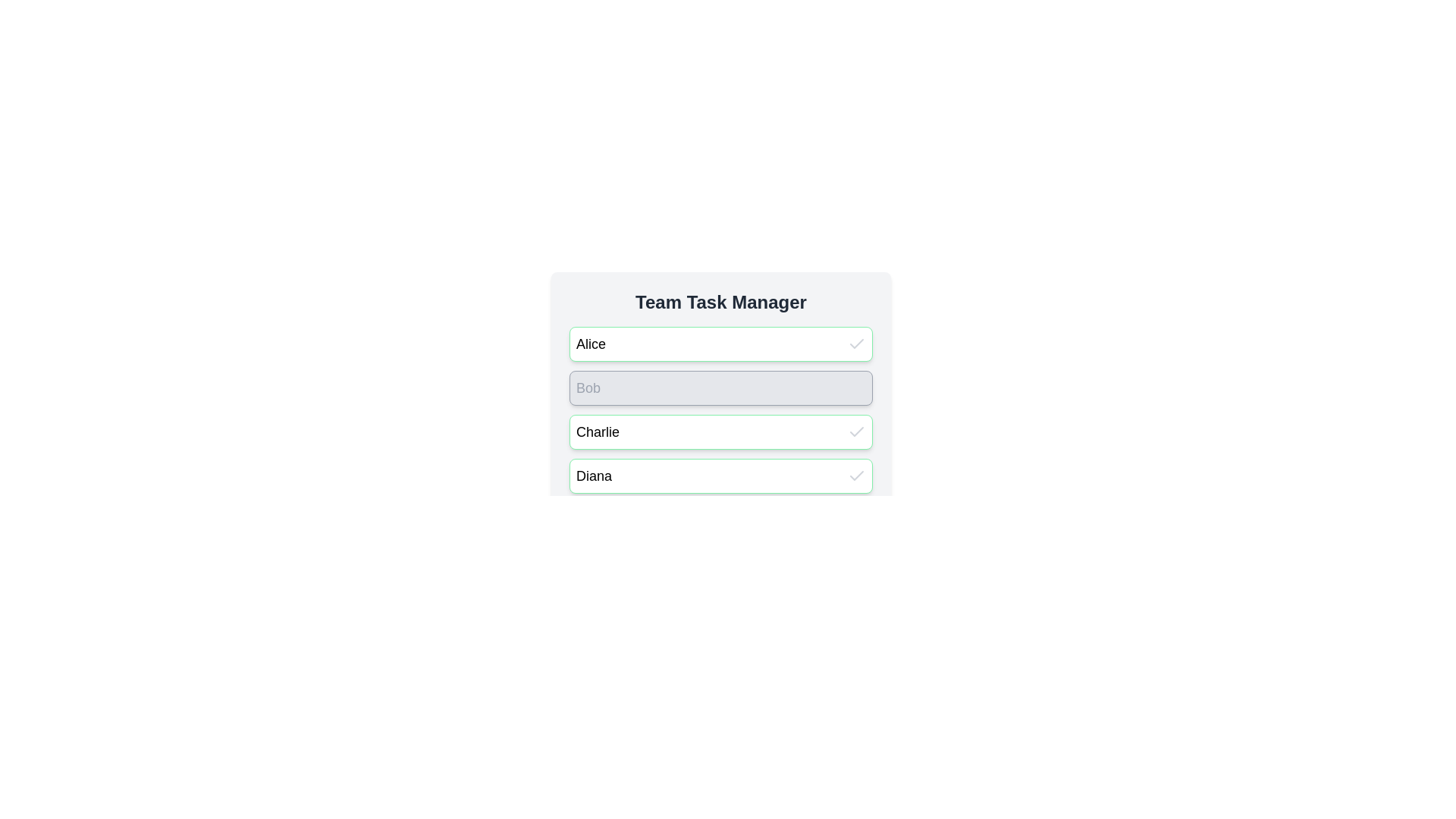  Describe the element at coordinates (720, 432) in the screenshot. I see `the list item labeled 'Charlie', which is the third item in a vertical list with a white background and a thin green border` at that location.